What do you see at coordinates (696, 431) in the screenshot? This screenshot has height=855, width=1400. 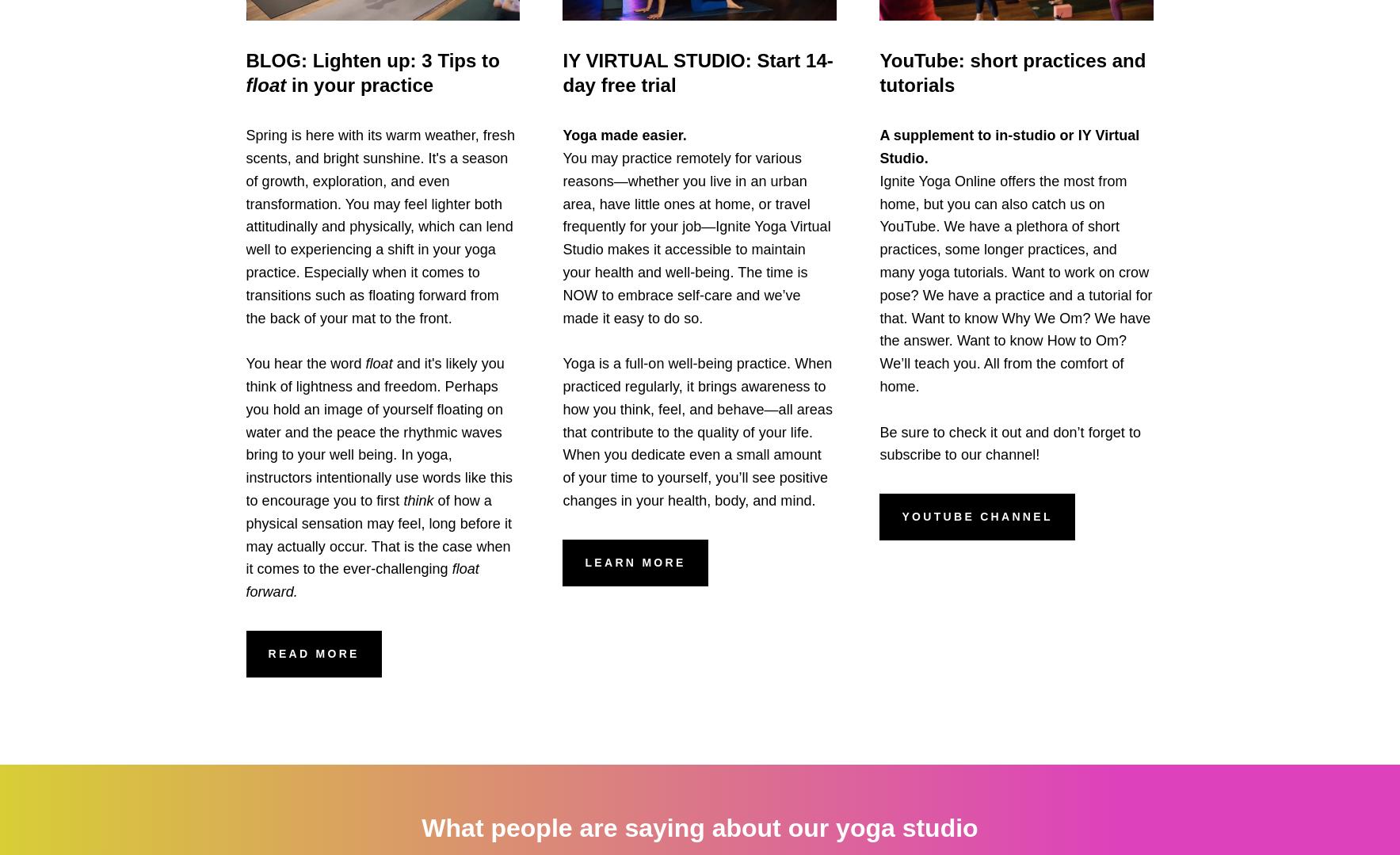 I see `'Yoga is a full-on well-being practice. When practiced regularly, it brings awareness to how you think, feel, and behave—all areas that contribute to the quality of your life. When you dedicate even a small amount of your time to yourself, you’ll see positive changes in your health, body, and mind.'` at bounding box center [696, 431].